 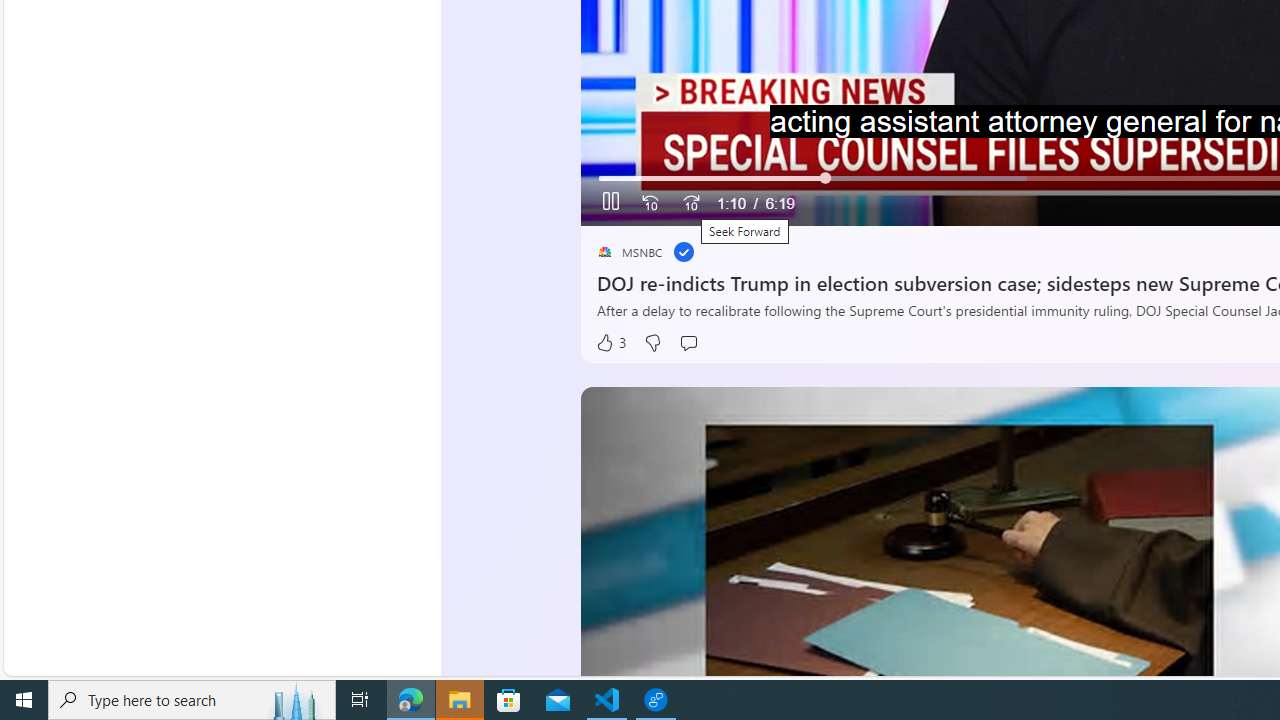 I want to click on 'Start the conversation', so click(x=688, y=342).